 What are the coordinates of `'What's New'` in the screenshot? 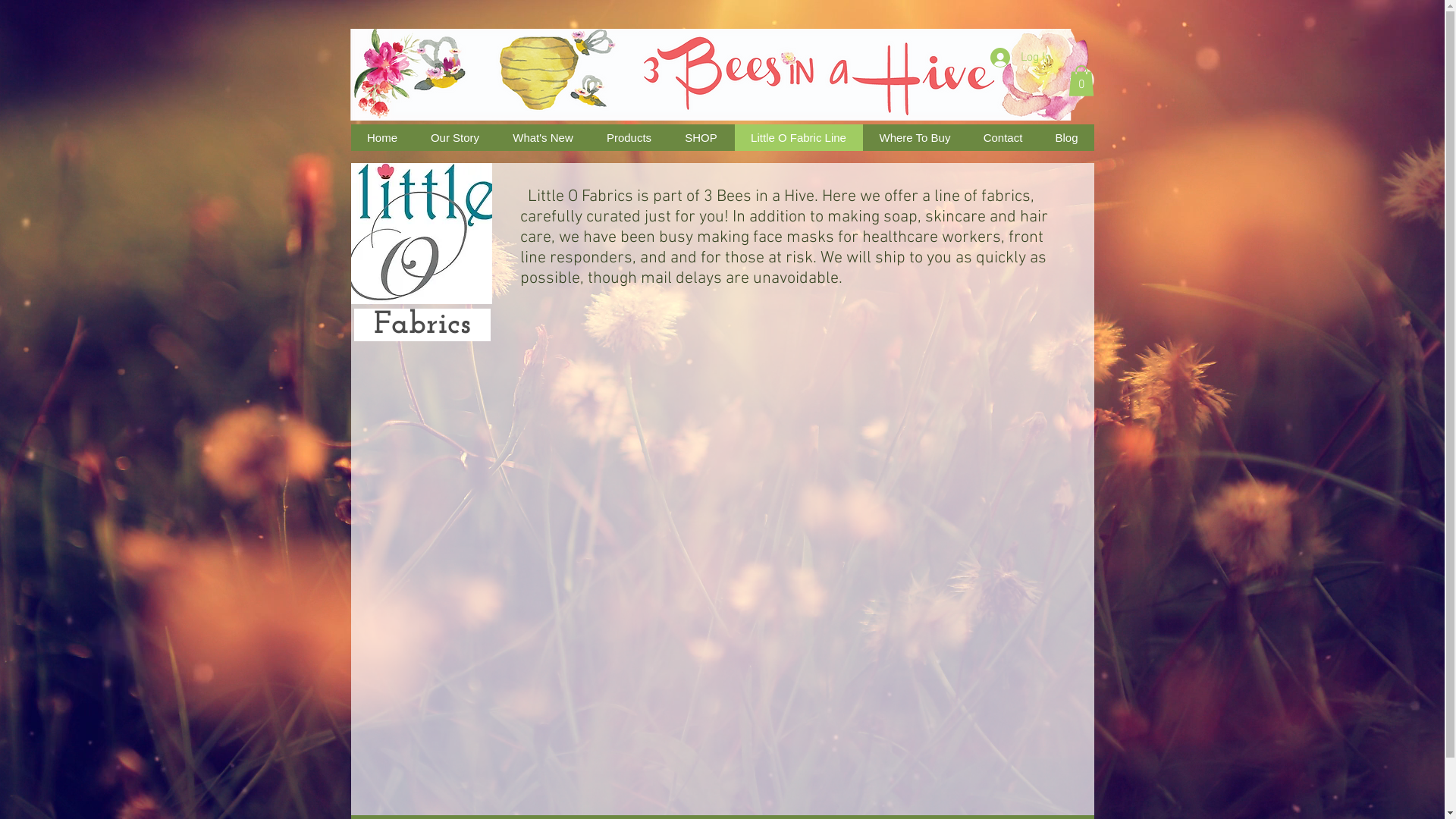 It's located at (495, 137).